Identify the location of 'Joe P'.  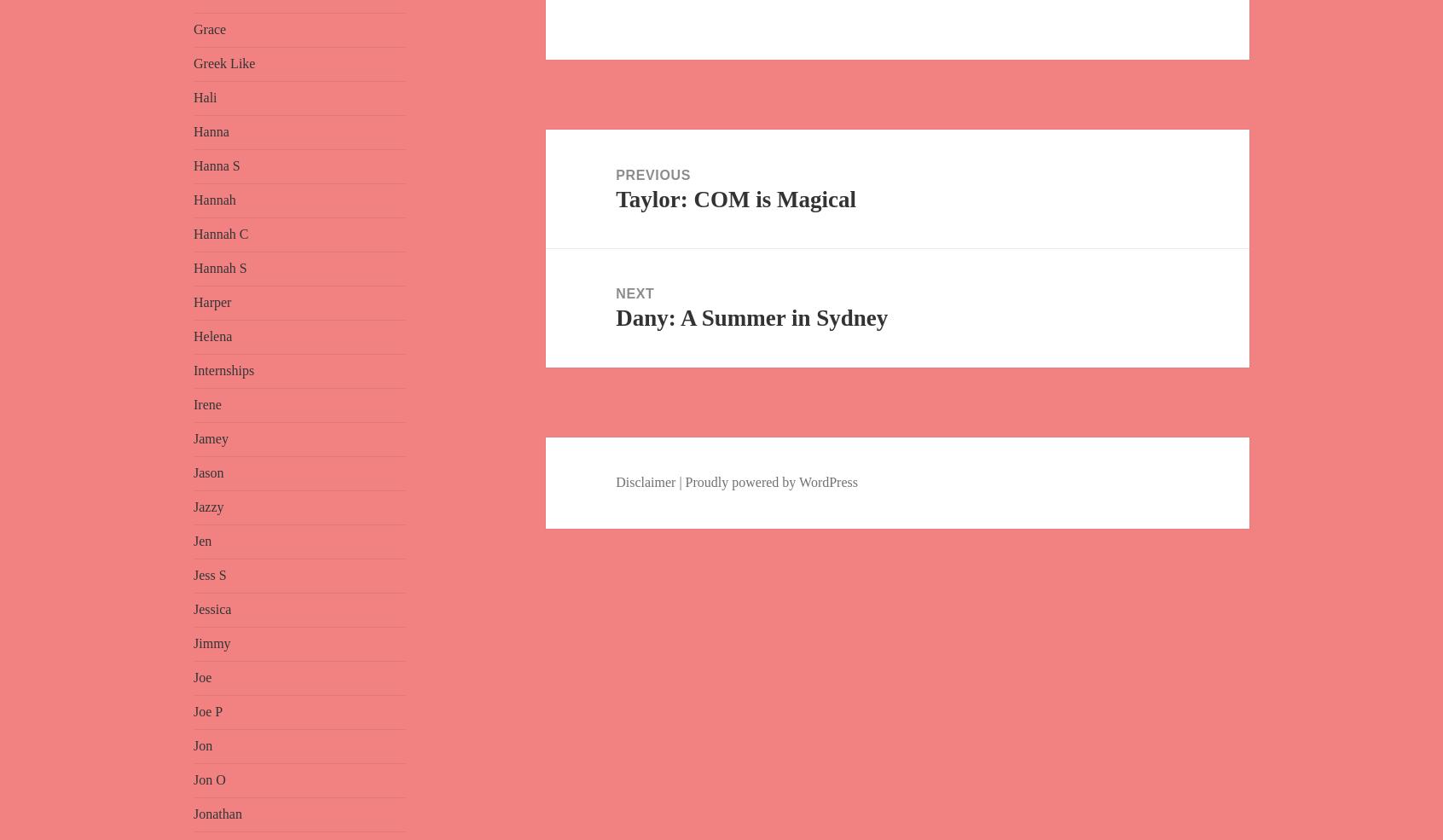
(207, 710).